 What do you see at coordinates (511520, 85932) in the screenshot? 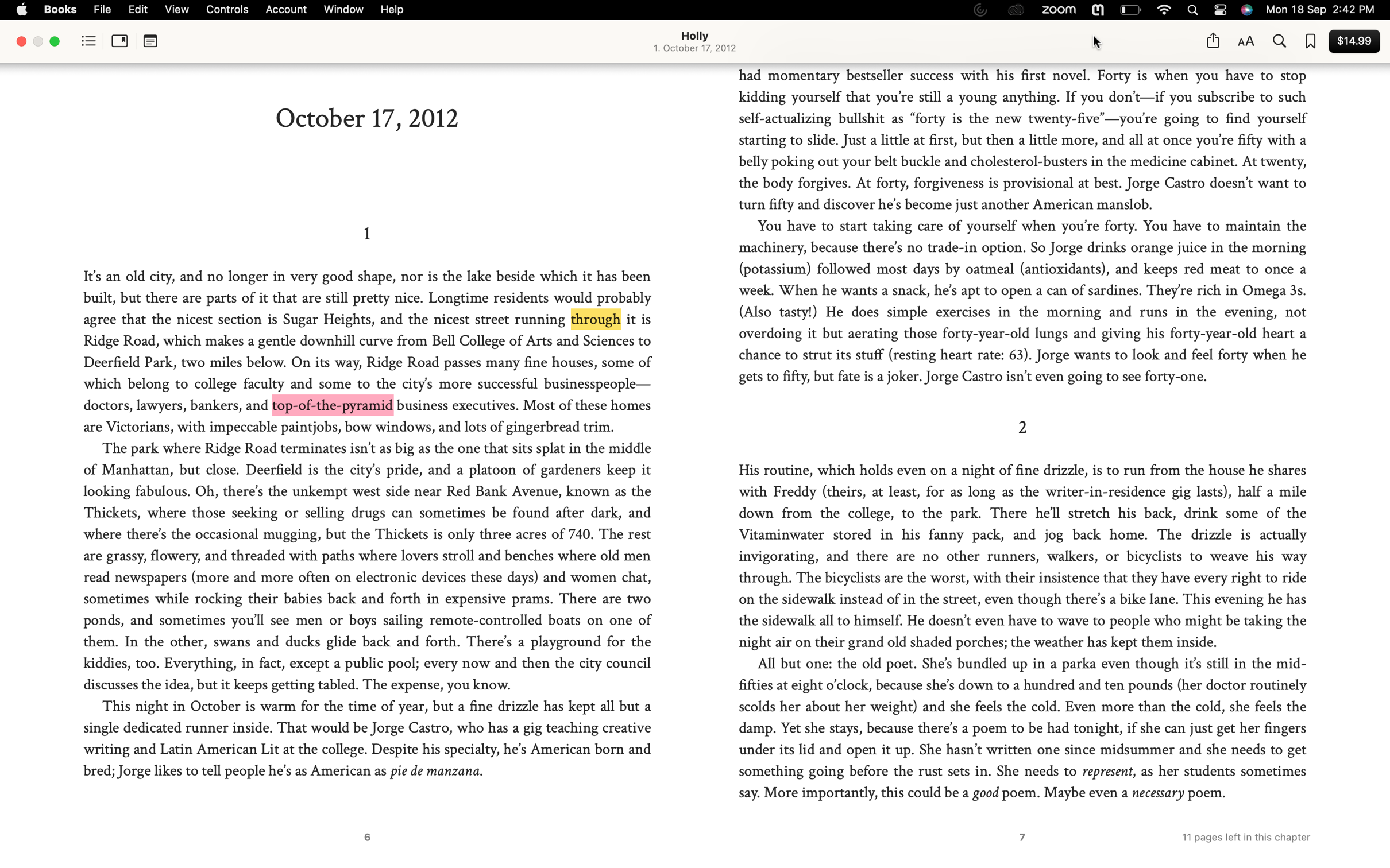
I see `Move the cursor to the "see_notes" section on screen` at bounding box center [511520, 85932].